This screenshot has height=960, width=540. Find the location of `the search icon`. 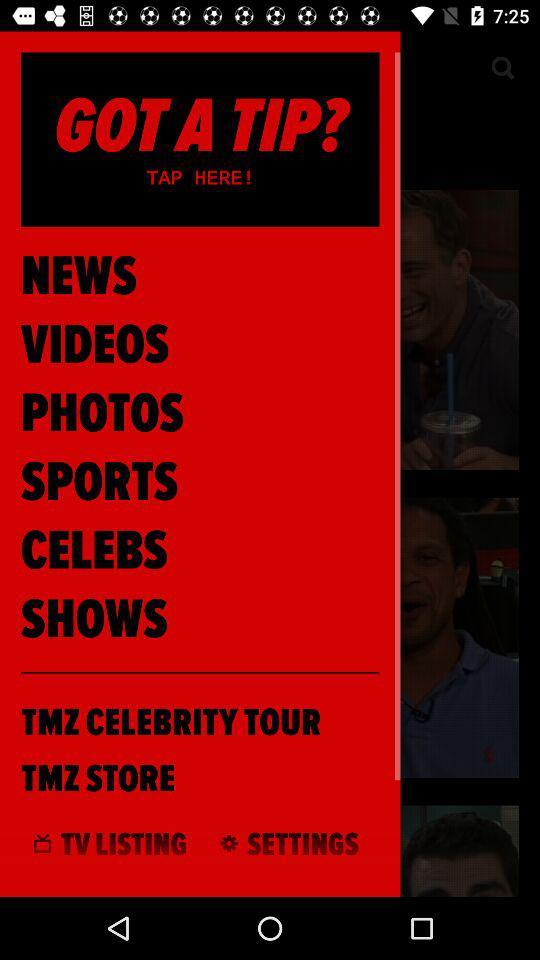

the search icon is located at coordinates (501, 68).